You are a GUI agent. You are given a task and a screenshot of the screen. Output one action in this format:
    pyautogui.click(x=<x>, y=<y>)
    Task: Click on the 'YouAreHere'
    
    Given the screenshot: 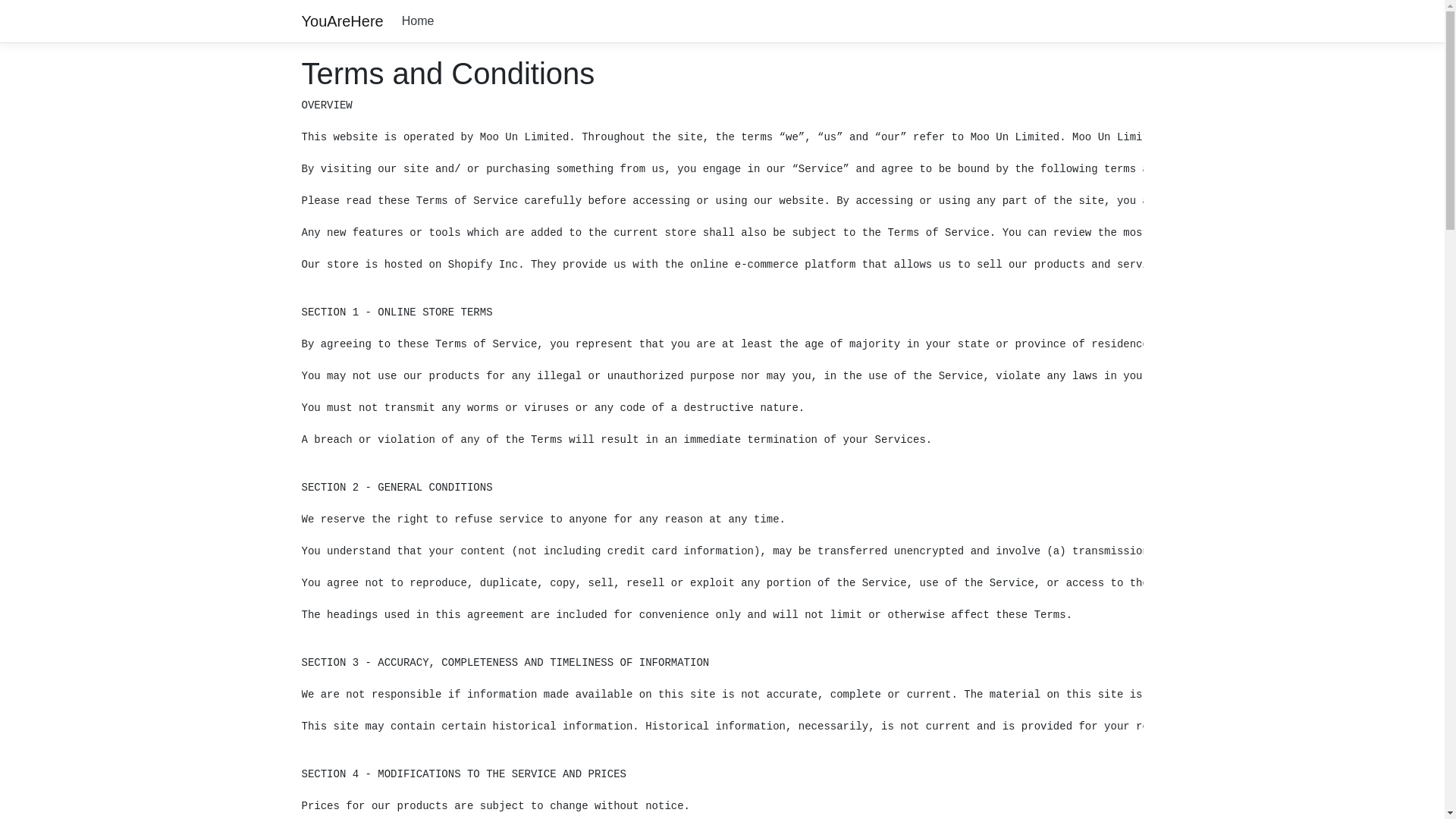 What is the action you would take?
    pyautogui.click(x=341, y=20)
    